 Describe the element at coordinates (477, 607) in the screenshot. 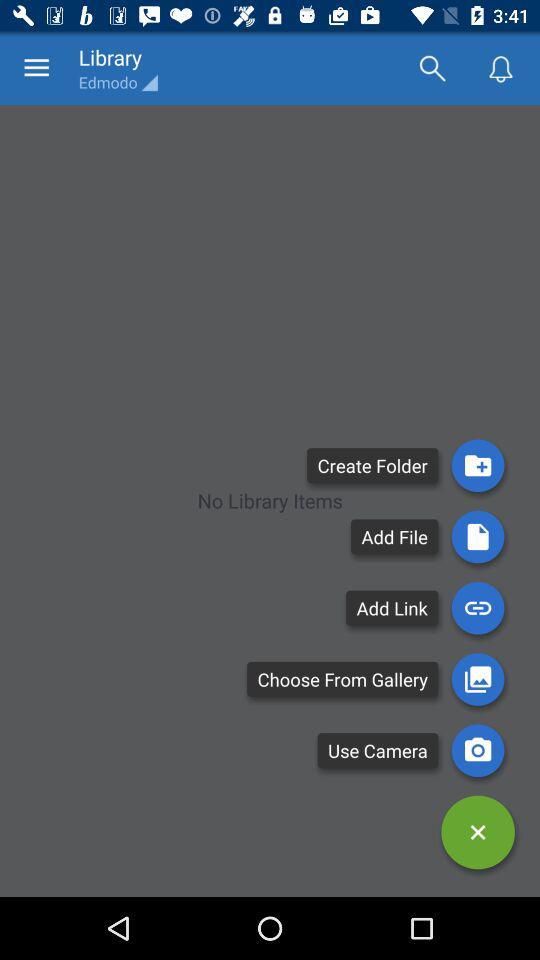

I see `attach link` at that location.